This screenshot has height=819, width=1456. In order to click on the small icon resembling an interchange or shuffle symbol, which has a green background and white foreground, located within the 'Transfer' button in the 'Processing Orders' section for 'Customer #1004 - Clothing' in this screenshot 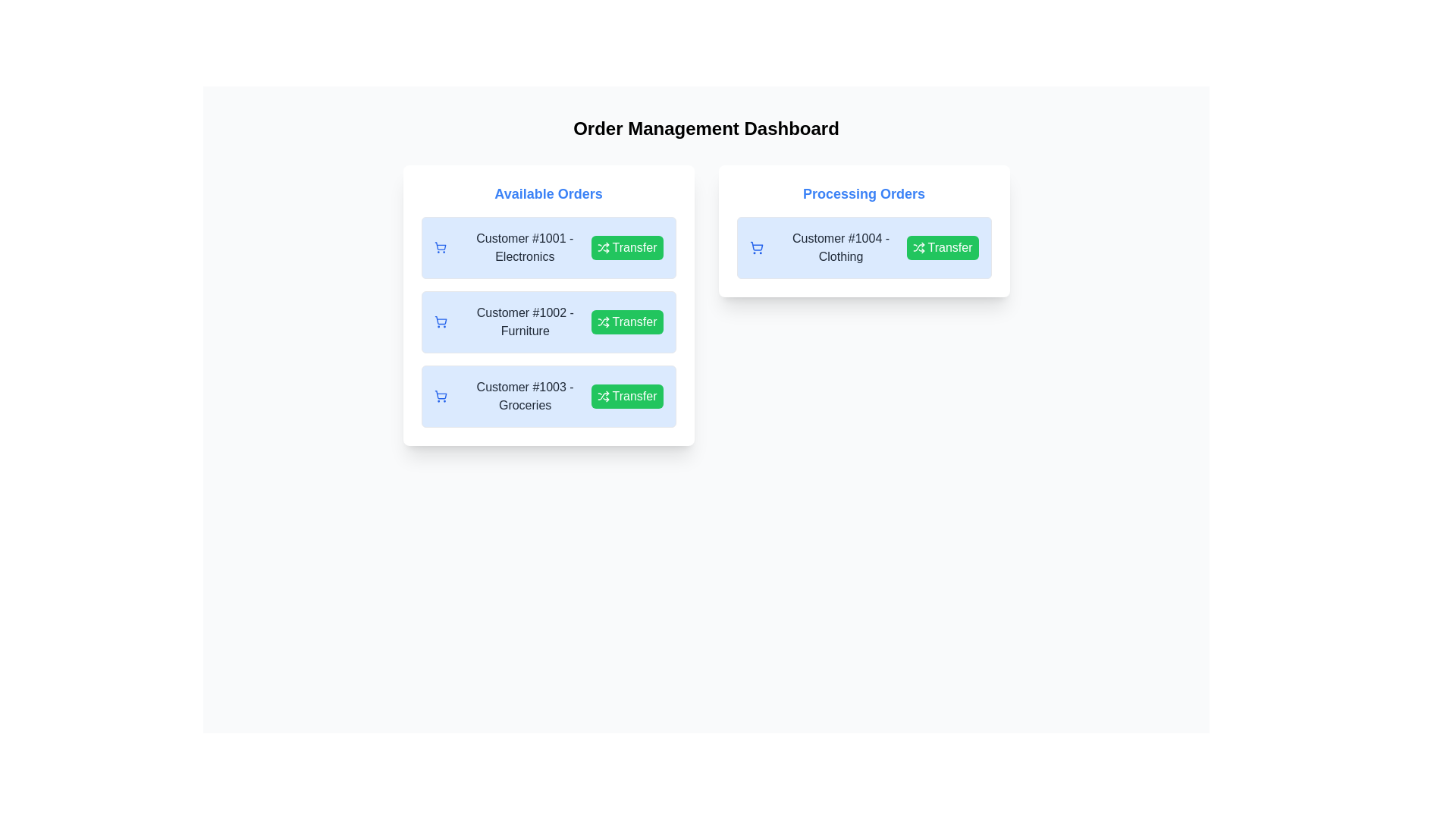, I will do `click(918, 247)`.